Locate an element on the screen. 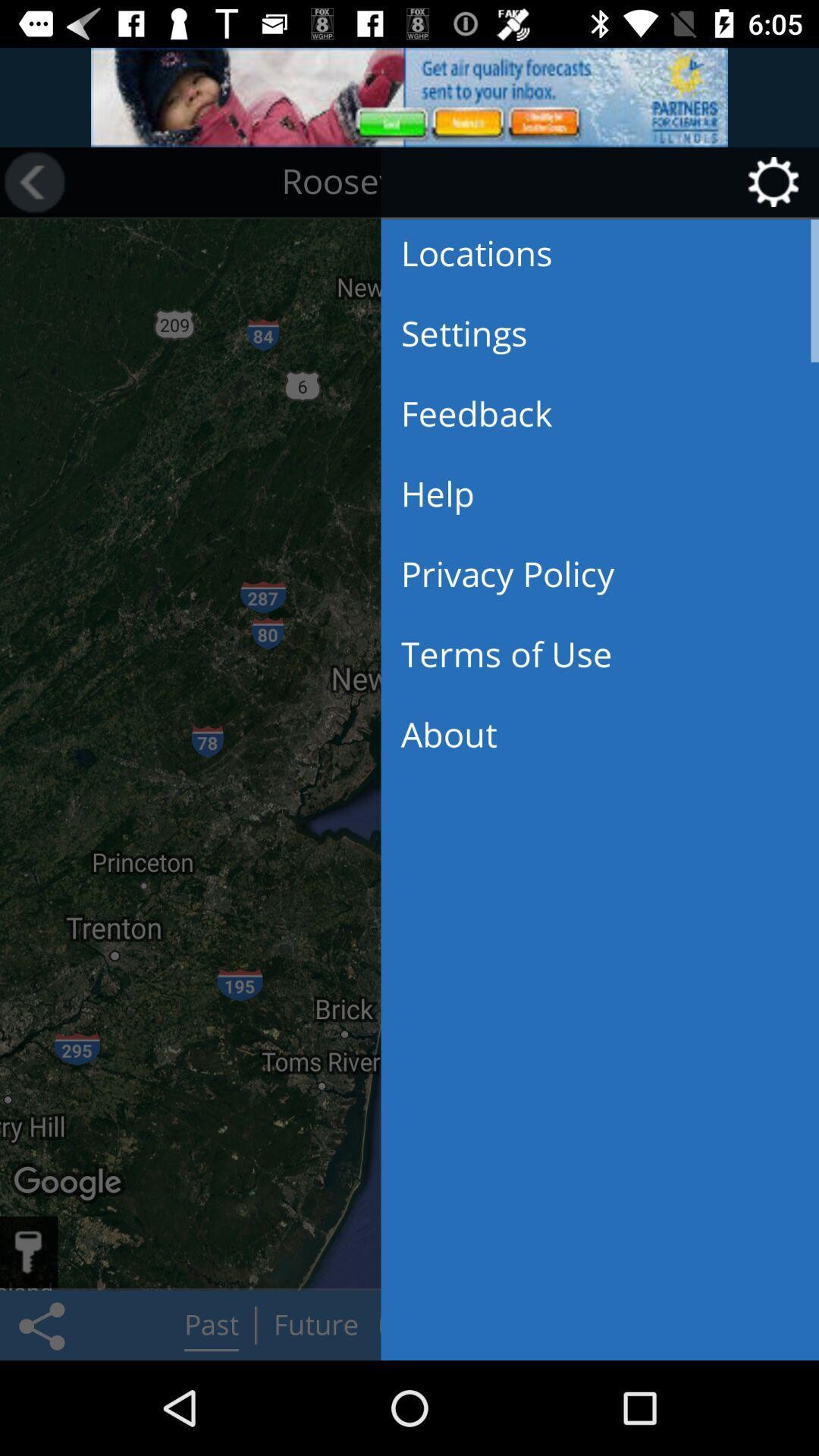 This screenshot has width=819, height=1456. the button at the top right corner of the page is located at coordinates (778, 182).